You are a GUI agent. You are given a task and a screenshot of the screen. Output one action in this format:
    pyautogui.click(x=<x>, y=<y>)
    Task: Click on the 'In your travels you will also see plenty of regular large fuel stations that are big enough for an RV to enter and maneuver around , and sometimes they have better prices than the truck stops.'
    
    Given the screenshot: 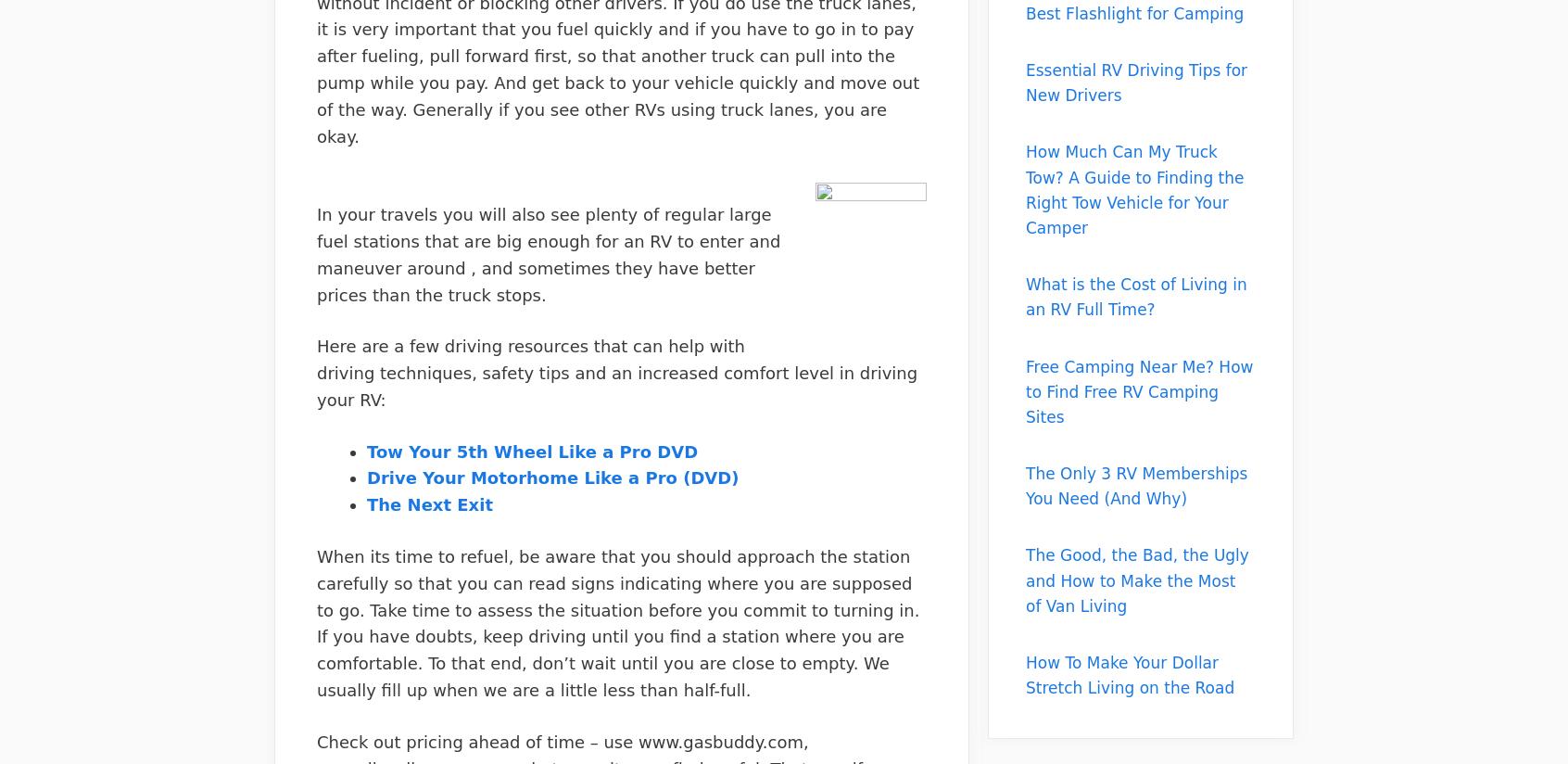 What is the action you would take?
    pyautogui.click(x=548, y=254)
    